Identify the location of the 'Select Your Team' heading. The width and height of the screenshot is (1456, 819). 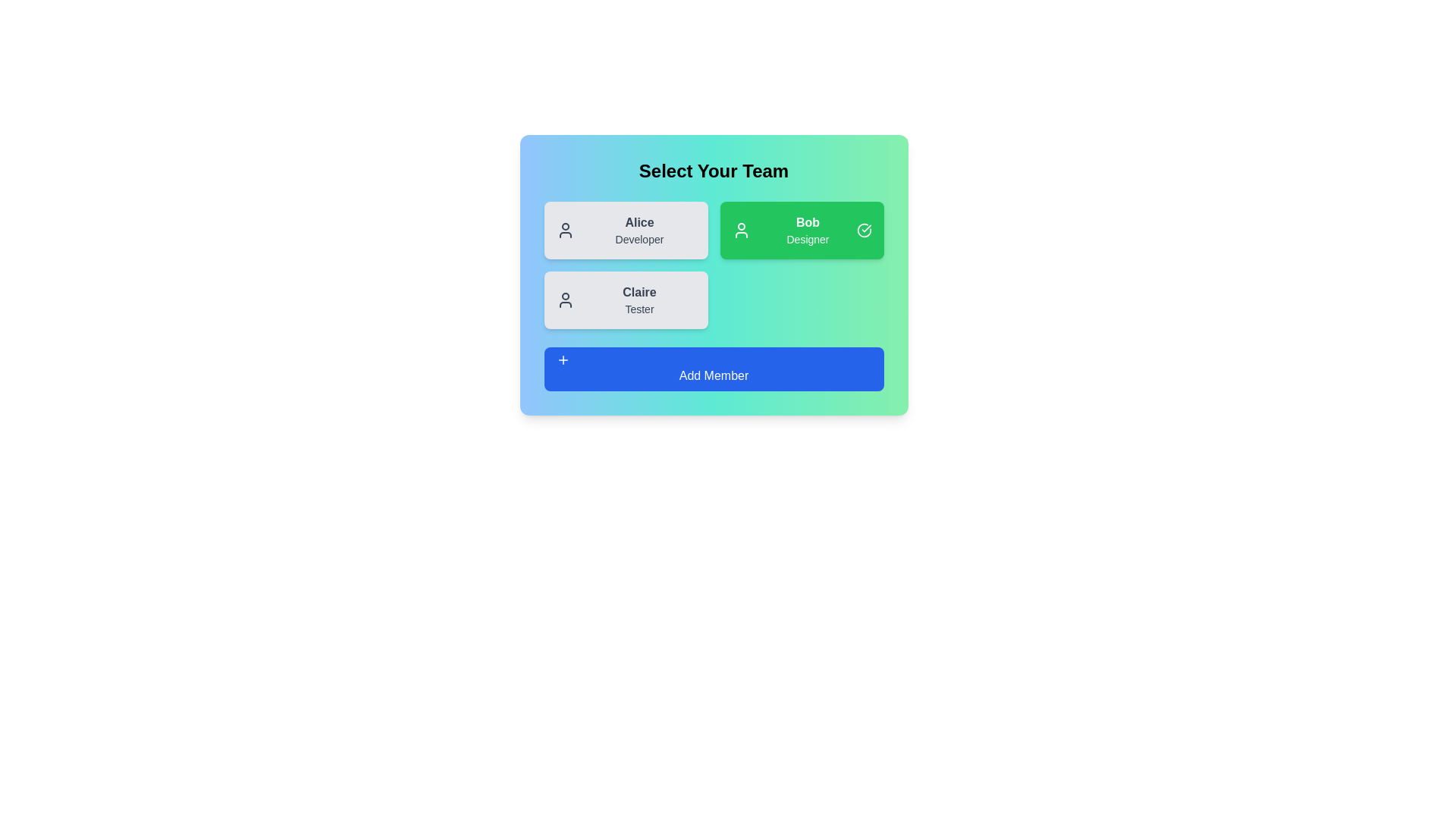
(713, 171).